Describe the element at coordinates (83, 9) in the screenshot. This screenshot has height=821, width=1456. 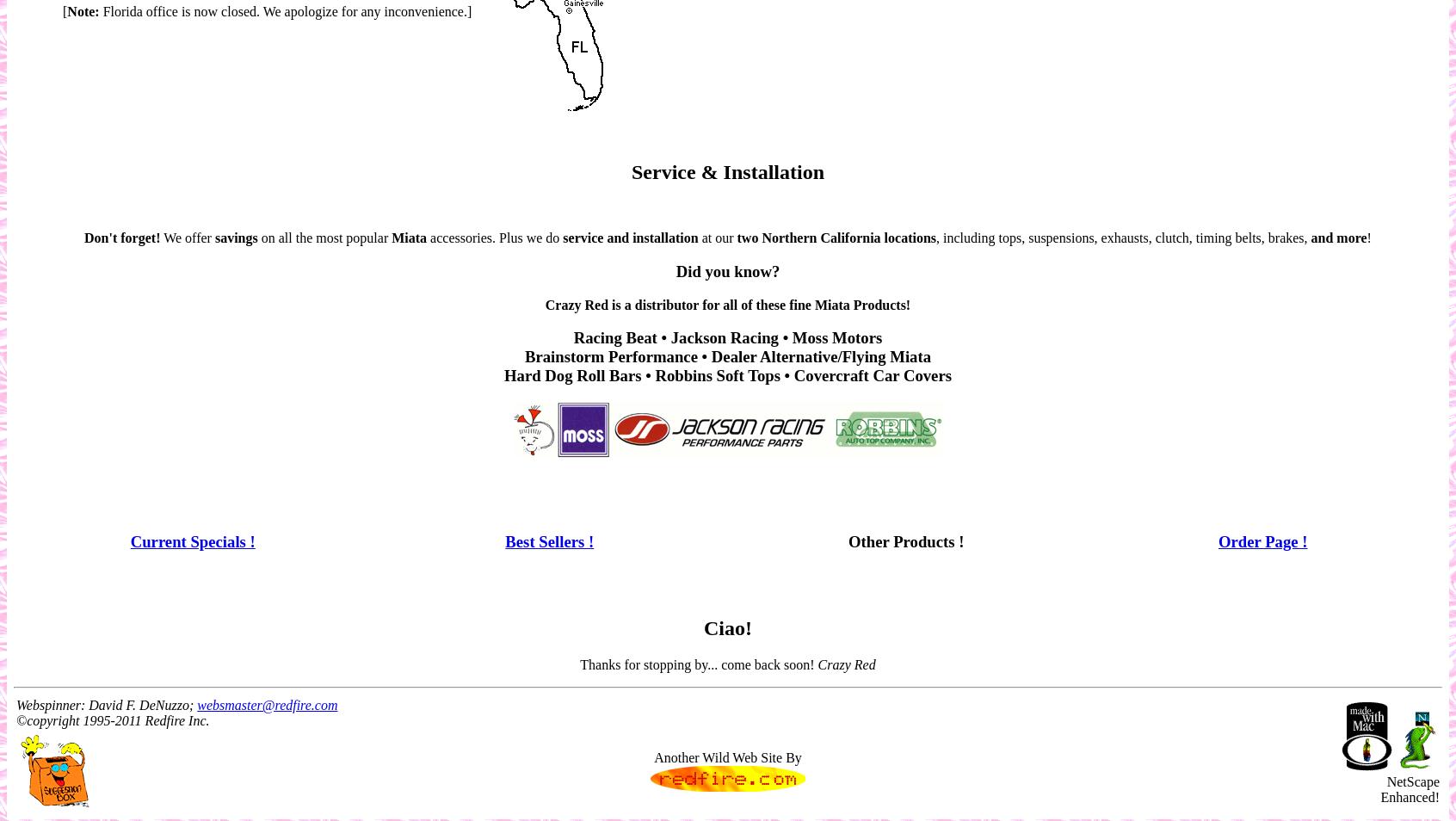
I see `'Note:'` at that location.